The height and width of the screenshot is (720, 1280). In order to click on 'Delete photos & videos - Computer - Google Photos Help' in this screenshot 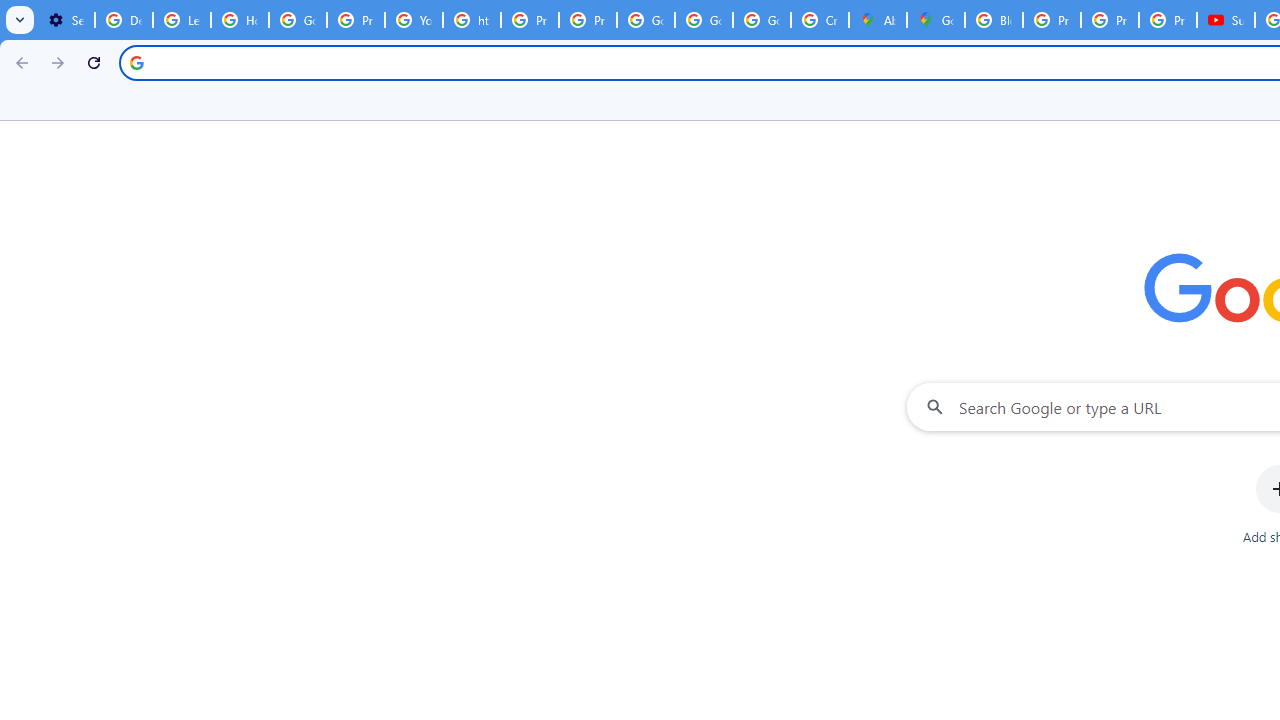, I will do `click(123, 20)`.